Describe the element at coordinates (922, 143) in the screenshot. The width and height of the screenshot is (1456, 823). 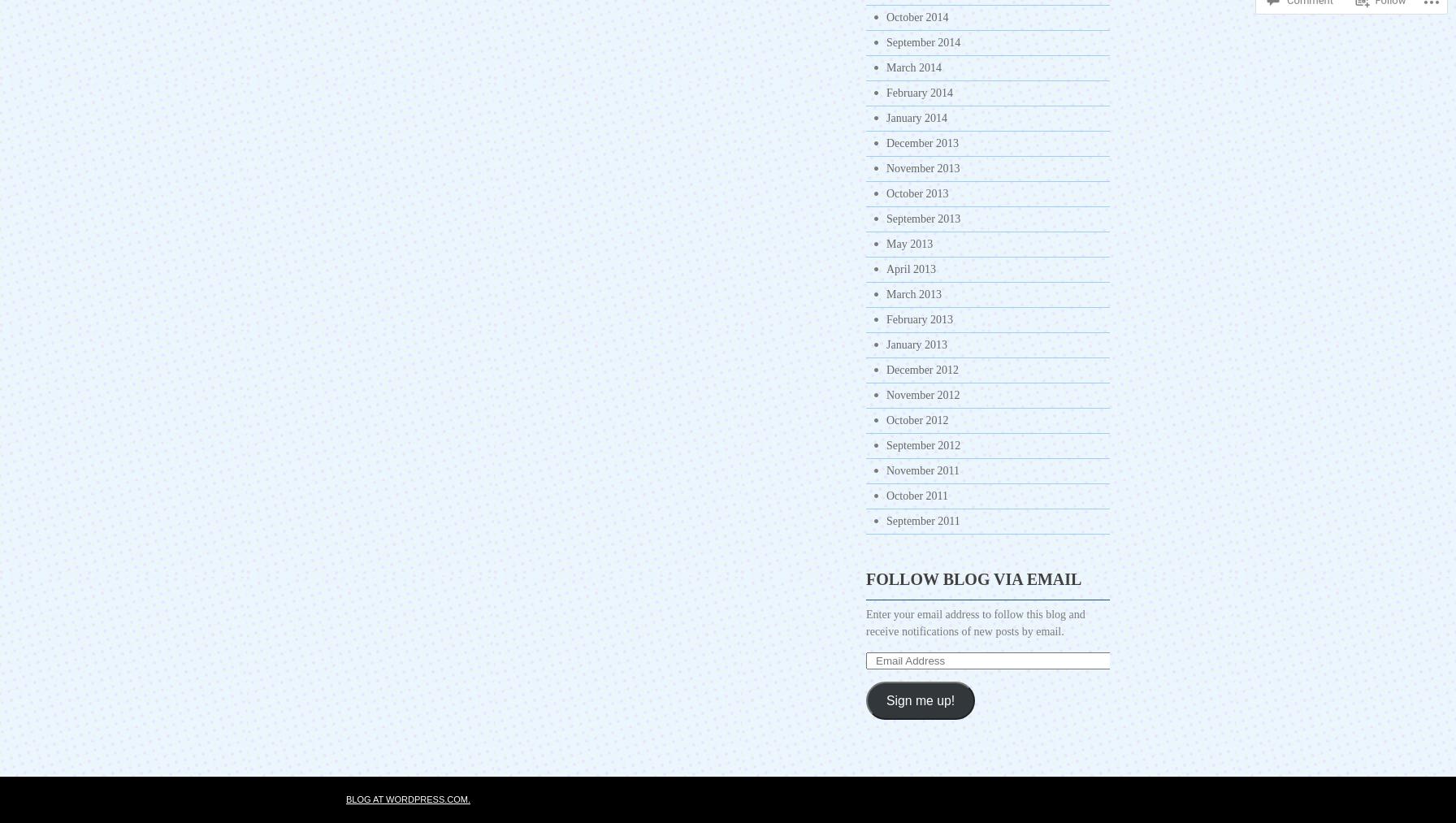
I see `'December 2013'` at that location.